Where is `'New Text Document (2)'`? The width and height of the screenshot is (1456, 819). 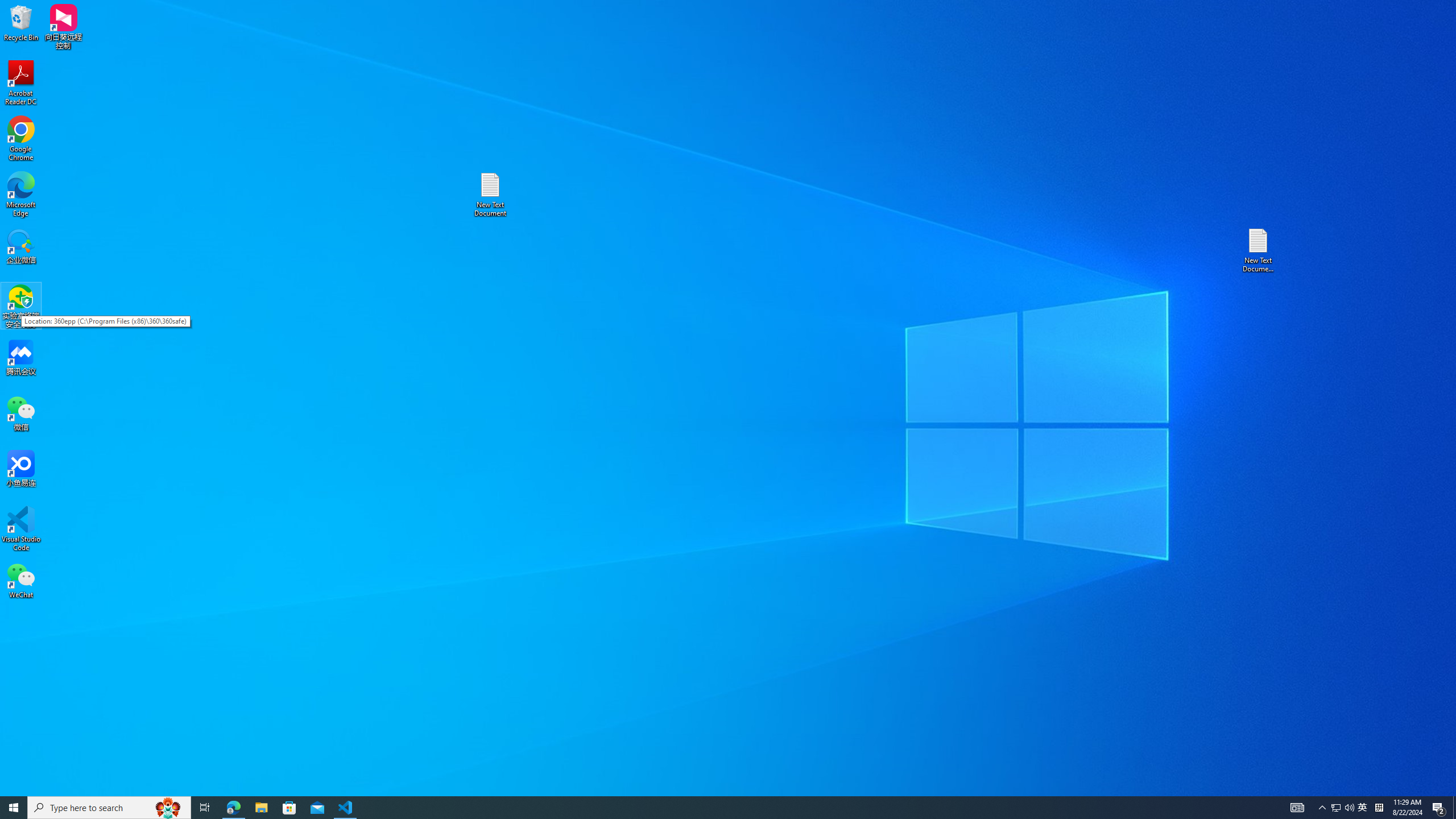 'New Text Document (2)' is located at coordinates (1259, 249).